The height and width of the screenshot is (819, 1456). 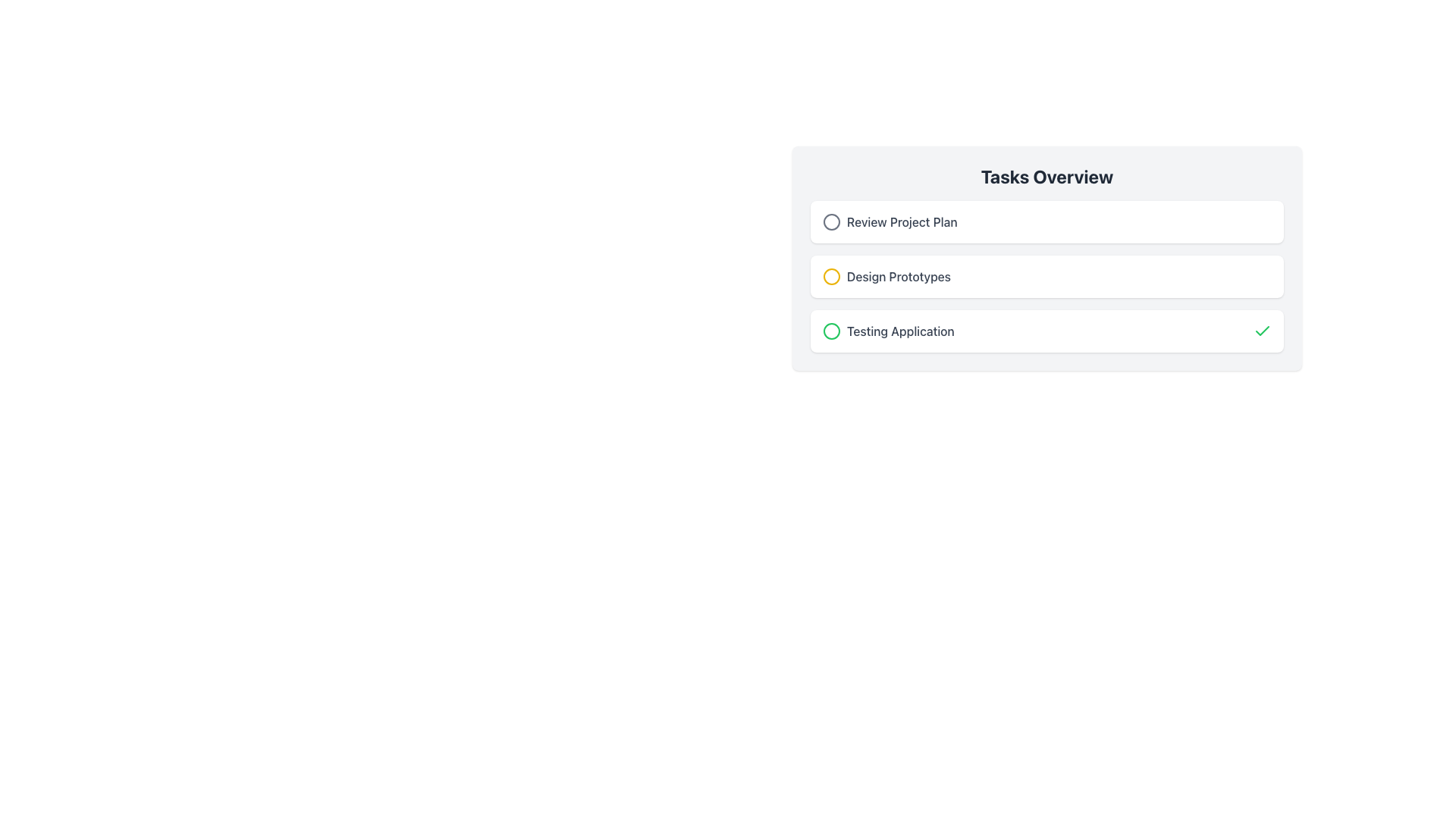 What do you see at coordinates (1046, 277) in the screenshot?
I see `the second item in the task list group located in the 'Tasks Overview' card, which is positioned between 'Review Project Plan' and 'Testing Application.'` at bounding box center [1046, 277].